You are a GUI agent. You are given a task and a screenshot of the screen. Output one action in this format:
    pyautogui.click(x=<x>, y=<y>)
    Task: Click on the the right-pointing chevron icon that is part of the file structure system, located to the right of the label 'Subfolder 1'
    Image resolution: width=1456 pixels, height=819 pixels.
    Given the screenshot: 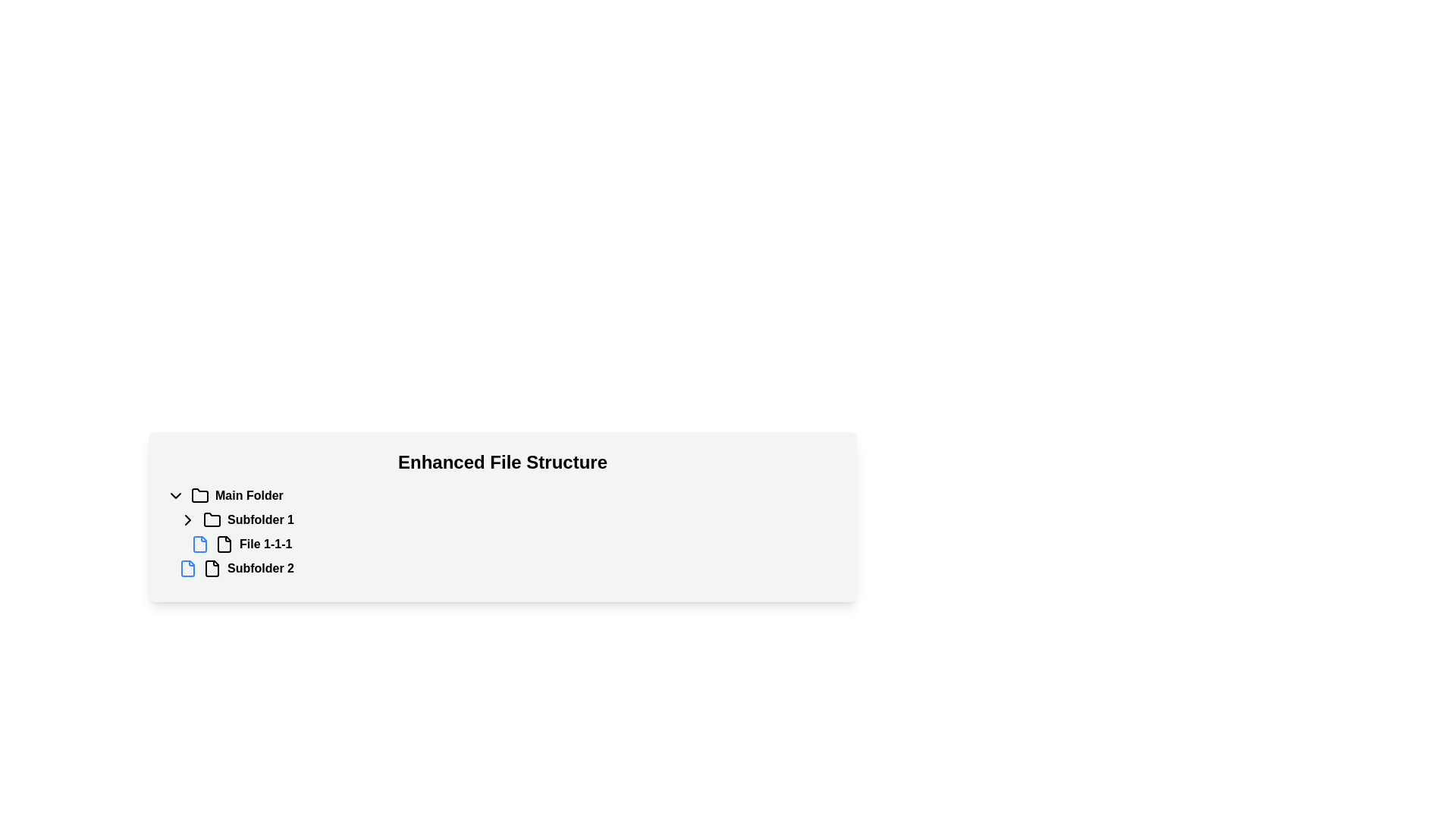 What is the action you would take?
    pyautogui.click(x=187, y=519)
    